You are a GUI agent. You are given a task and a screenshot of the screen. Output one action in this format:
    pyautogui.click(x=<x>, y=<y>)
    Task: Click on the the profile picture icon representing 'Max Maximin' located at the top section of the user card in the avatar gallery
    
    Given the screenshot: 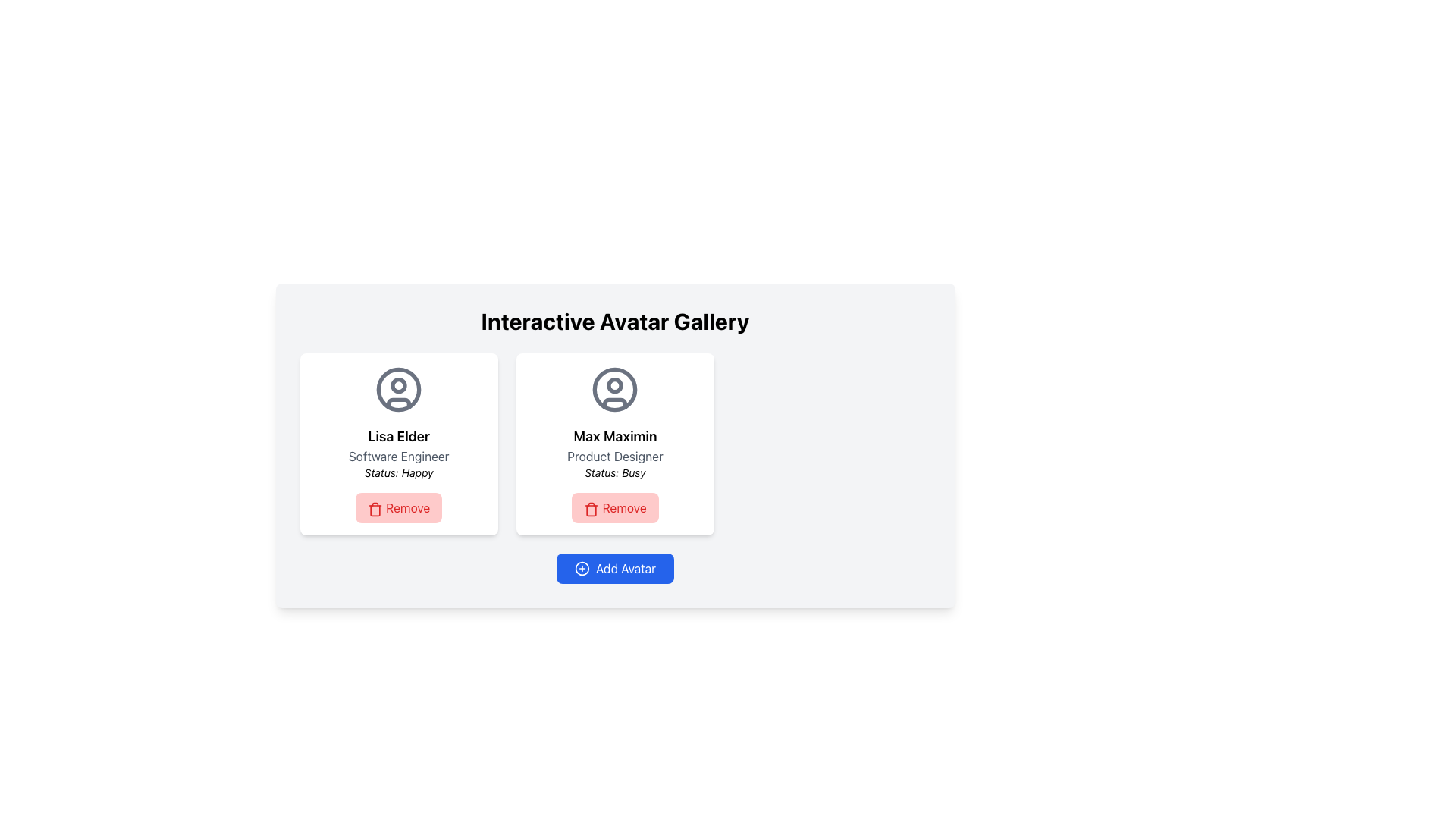 What is the action you would take?
    pyautogui.click(x=615, y=388)
    